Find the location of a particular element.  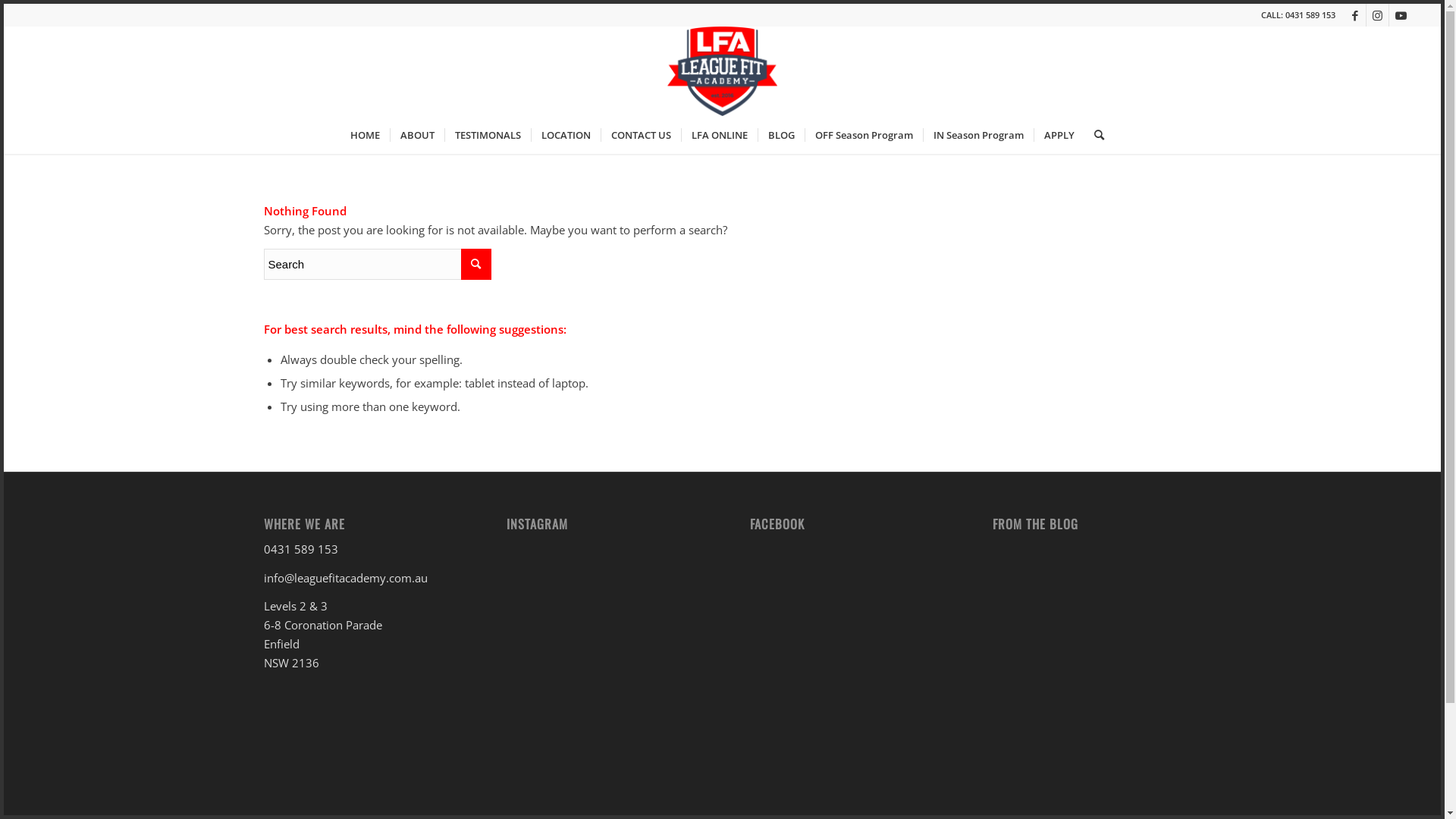

'TESTIMONALS' is located at coordinates (488, 133).